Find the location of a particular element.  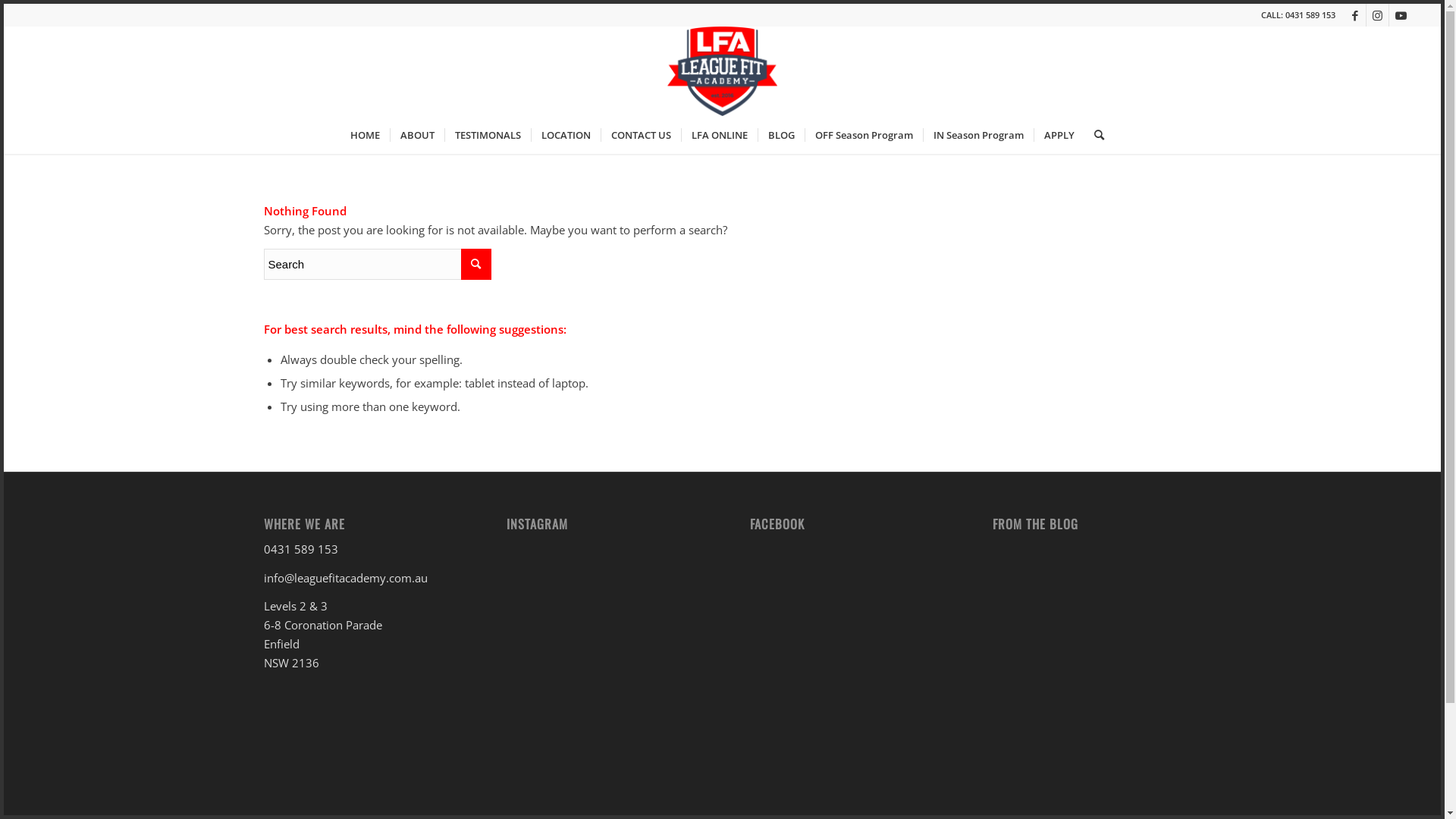

'TESTIMONALS' is located at coordinates (488, 133).